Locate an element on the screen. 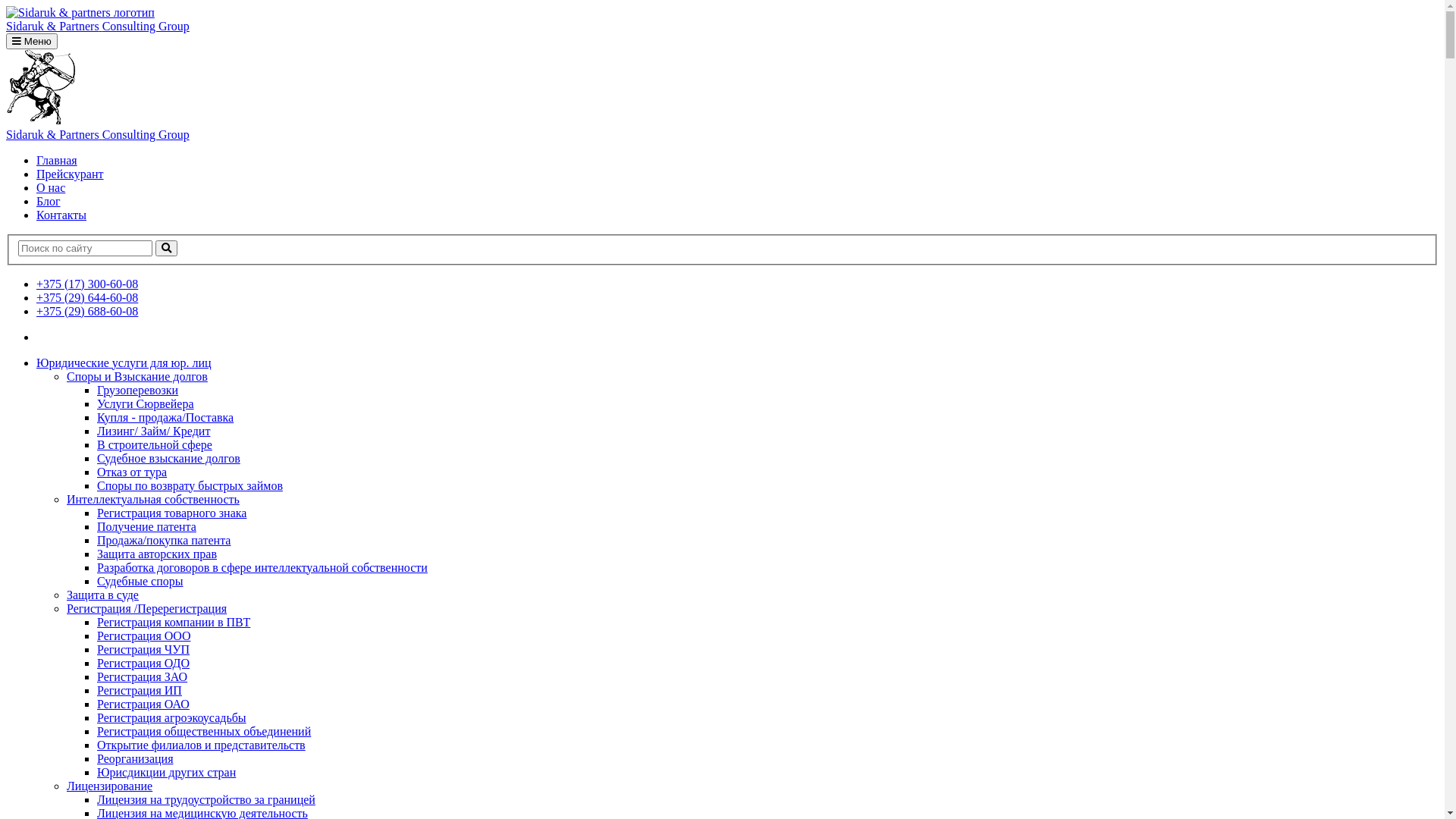 This screenshot has width=1456, height=819. '+375 (17) 300-60-08' is located at coordinates (86, 284).